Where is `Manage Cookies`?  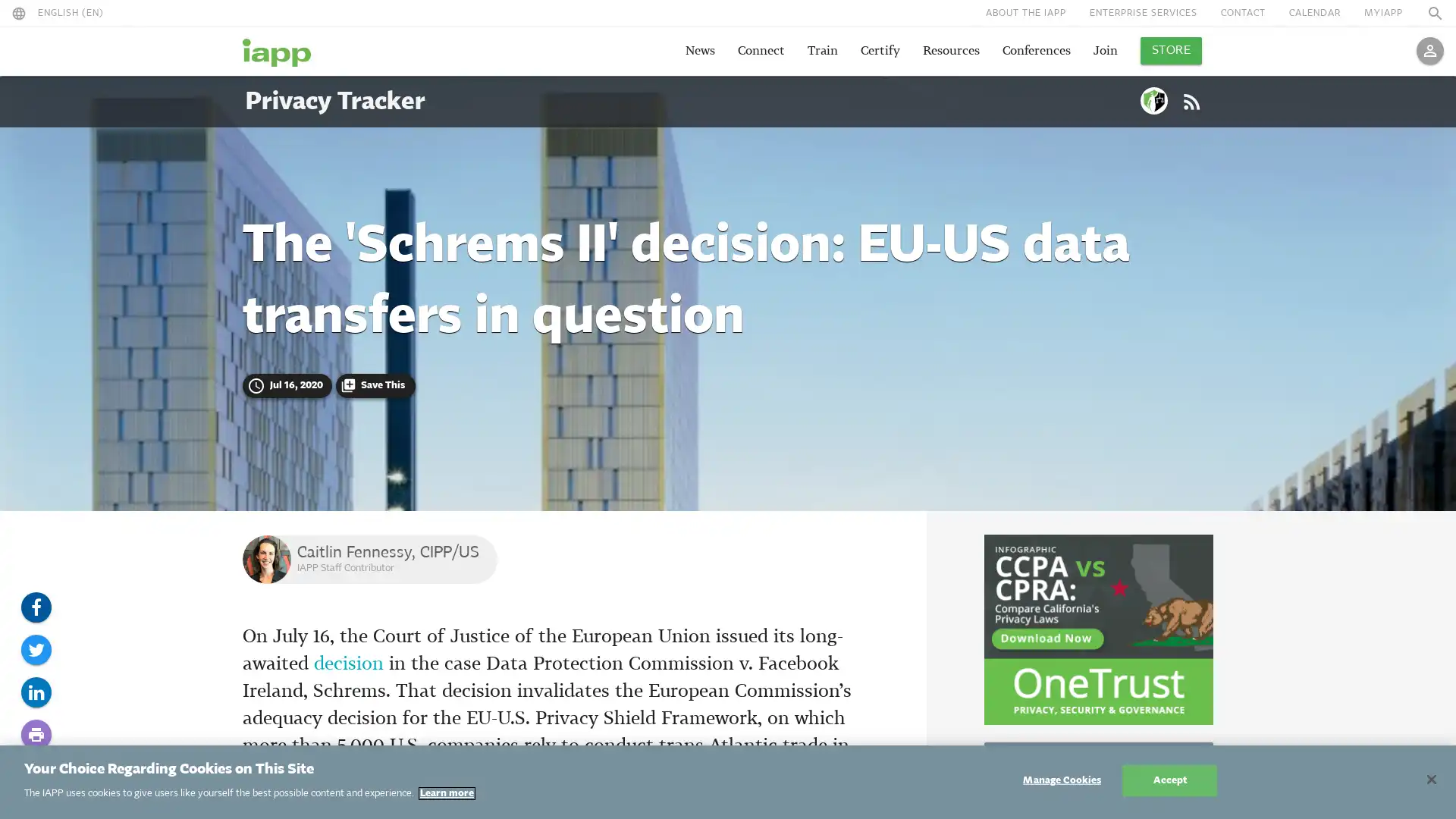 Manage Cookies is located at coordinates (1061, 780).